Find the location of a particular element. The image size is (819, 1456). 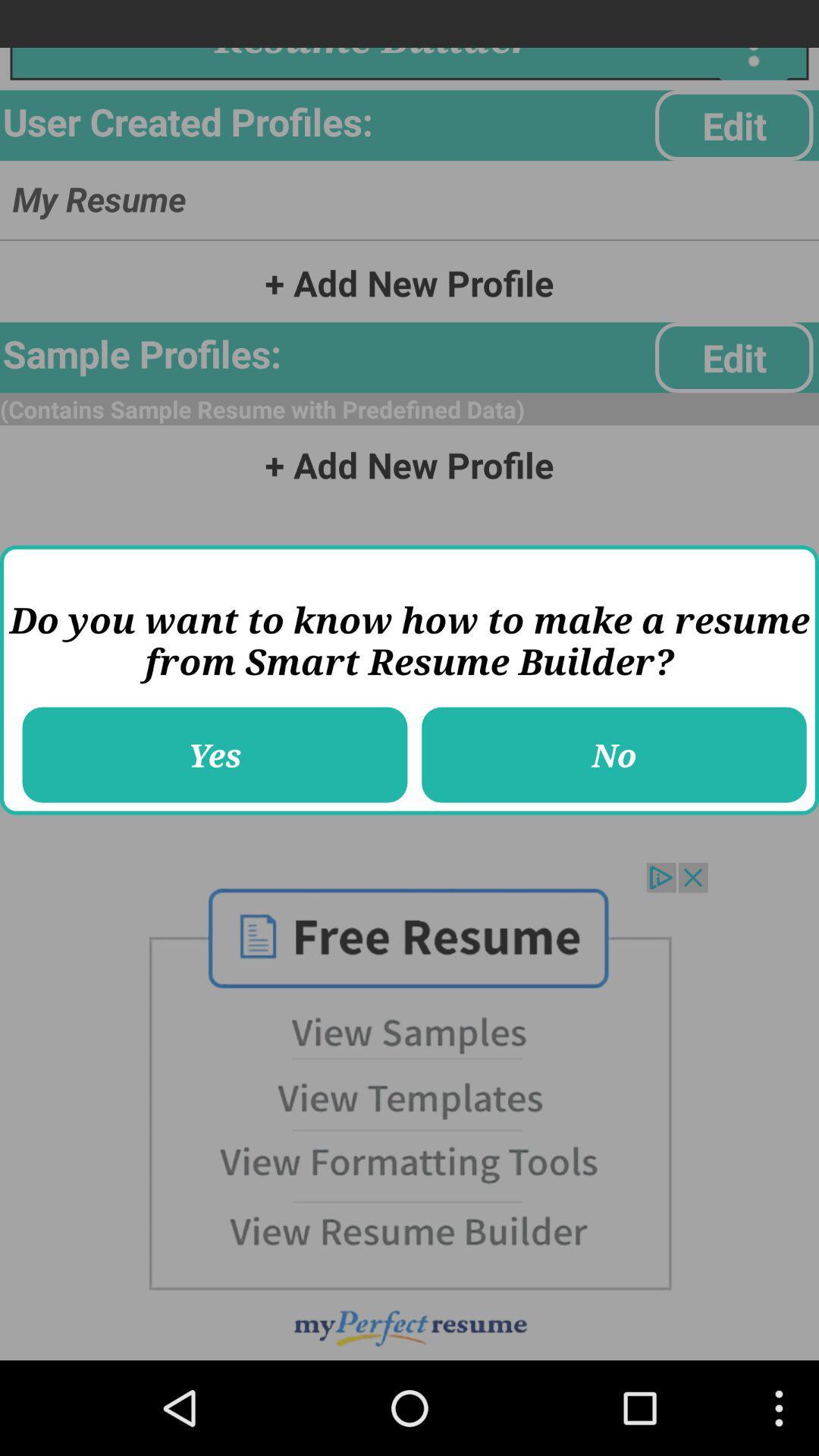

button on the right is located at coordinates (614, 755).